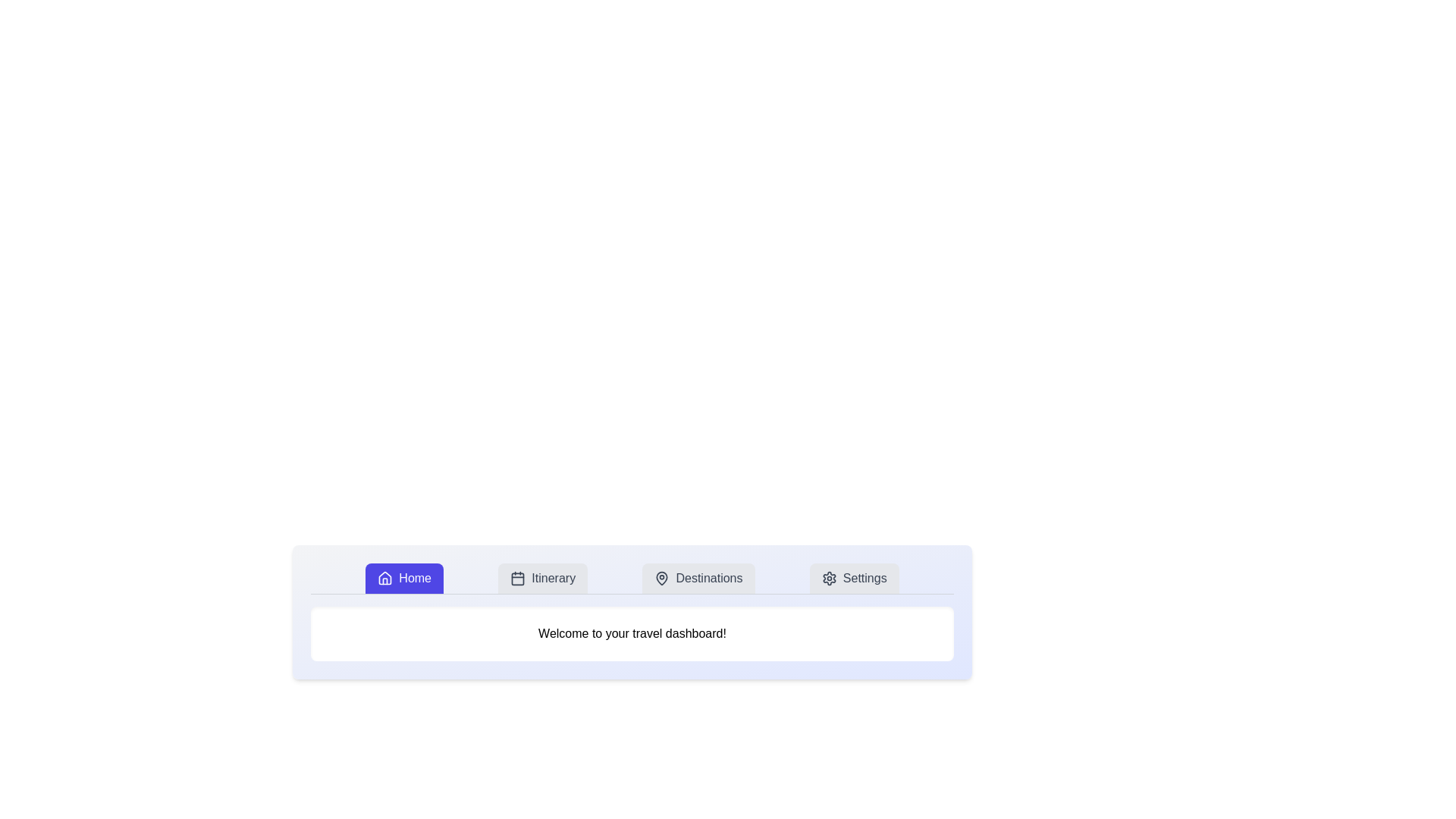  I want to click on the 'Itinerary' icon, so click(518, 579).